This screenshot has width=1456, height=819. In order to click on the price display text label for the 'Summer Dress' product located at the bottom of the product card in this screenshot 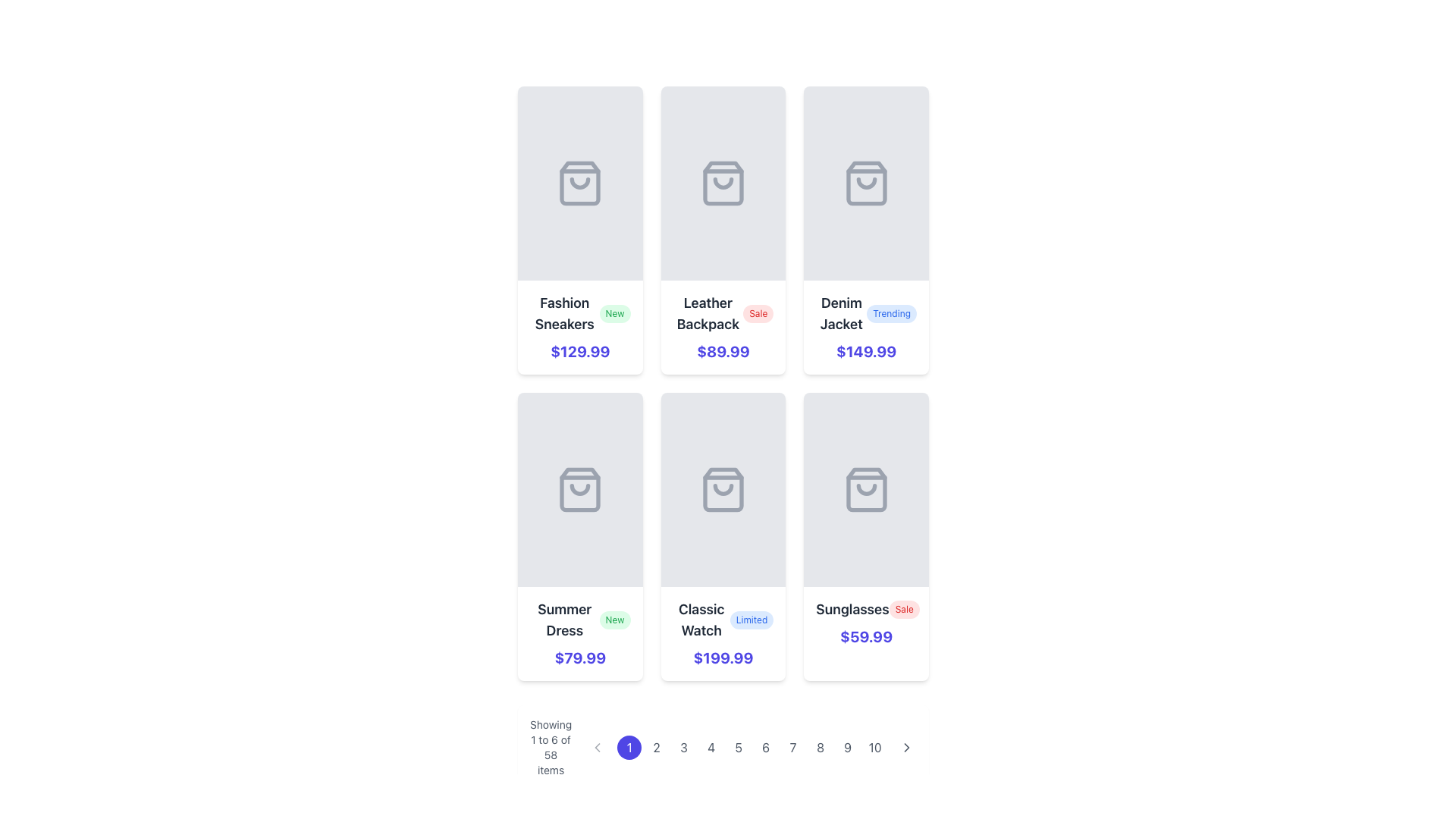, I will do `click(579, 657)`.